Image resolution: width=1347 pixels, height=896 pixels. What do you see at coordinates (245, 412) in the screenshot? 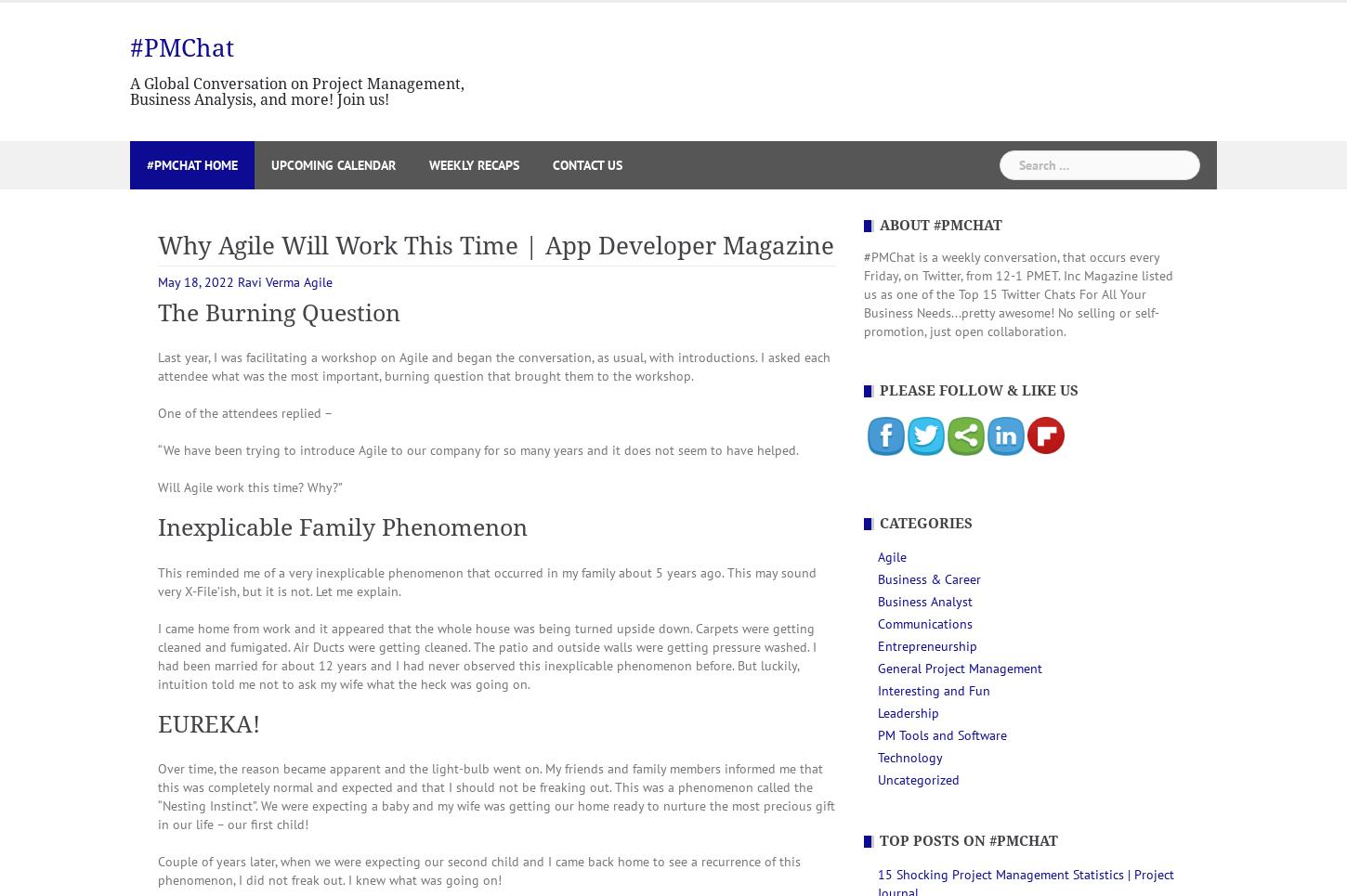
I see `'One of the attendees replied –'` at bounding box center [245, 412].